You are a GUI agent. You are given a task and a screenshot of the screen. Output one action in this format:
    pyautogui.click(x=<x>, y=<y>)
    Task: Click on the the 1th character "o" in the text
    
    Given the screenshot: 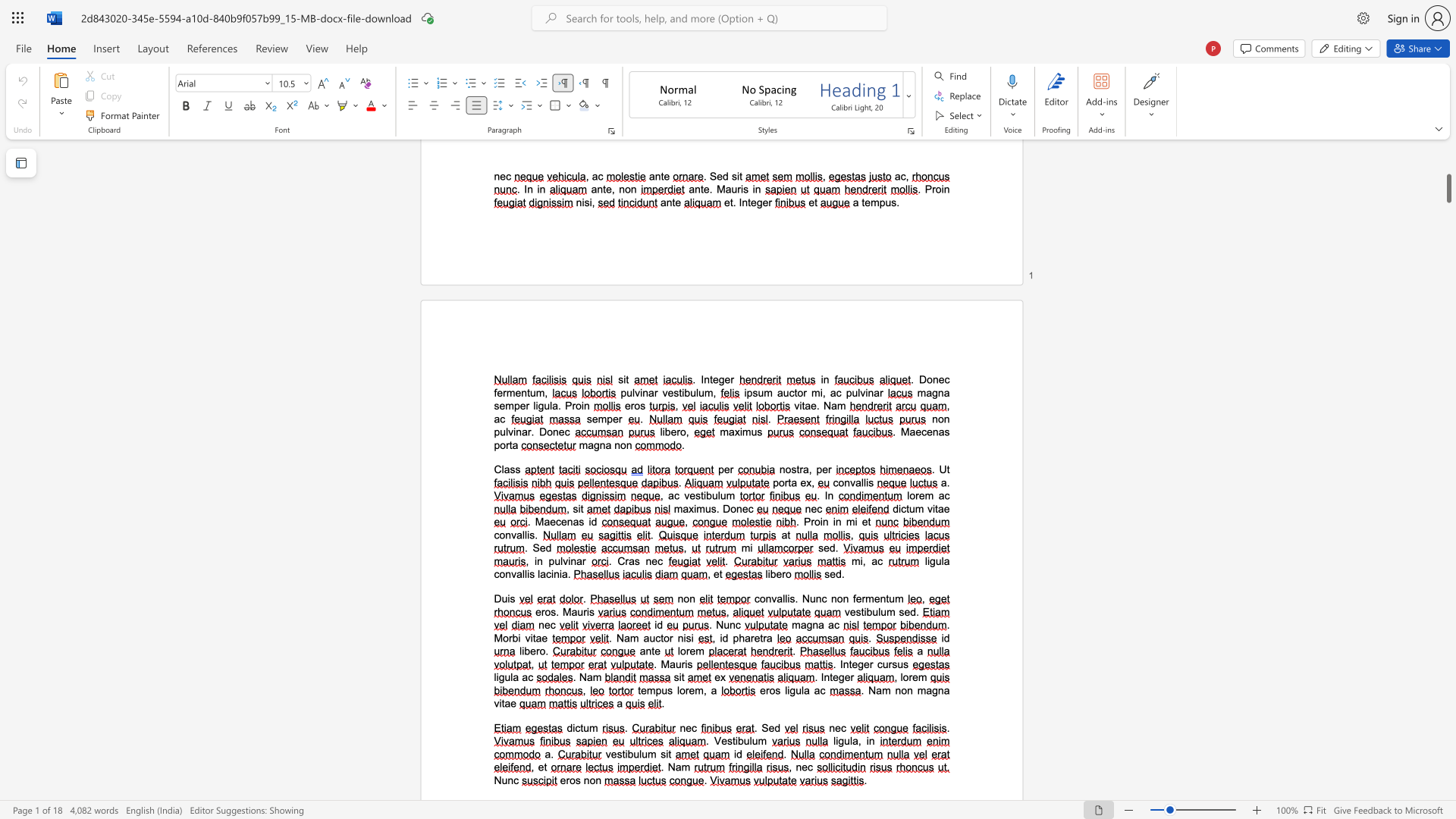 What is the action you would take?
    pyautogui.click(x=840, y=482)
    